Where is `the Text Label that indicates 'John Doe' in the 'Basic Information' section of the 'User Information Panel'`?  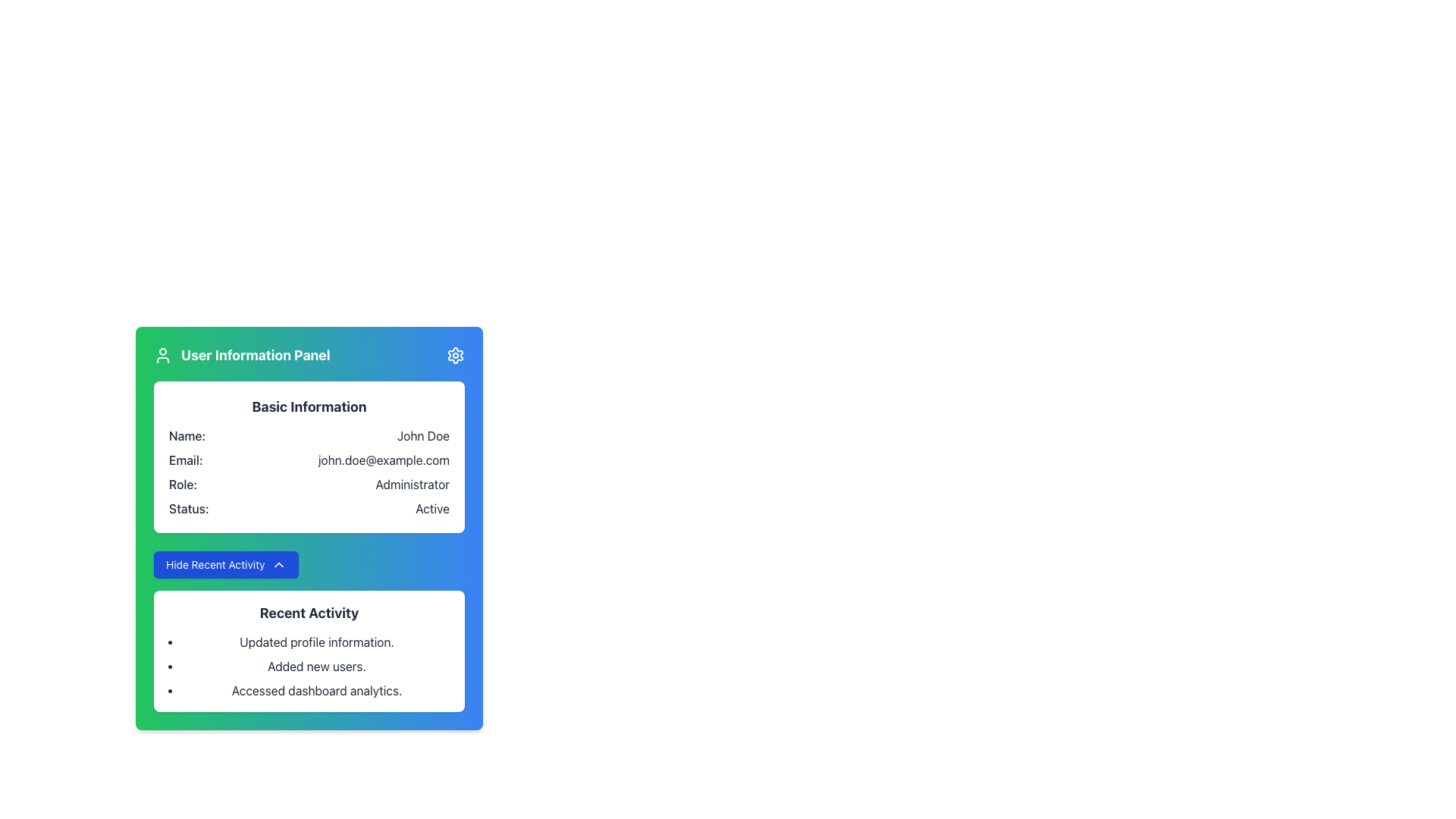
the Text Label that indicates 'John Doe' in the 'Basic Information' section of the 'User Information Panel' is located at coordinates (187, 435).